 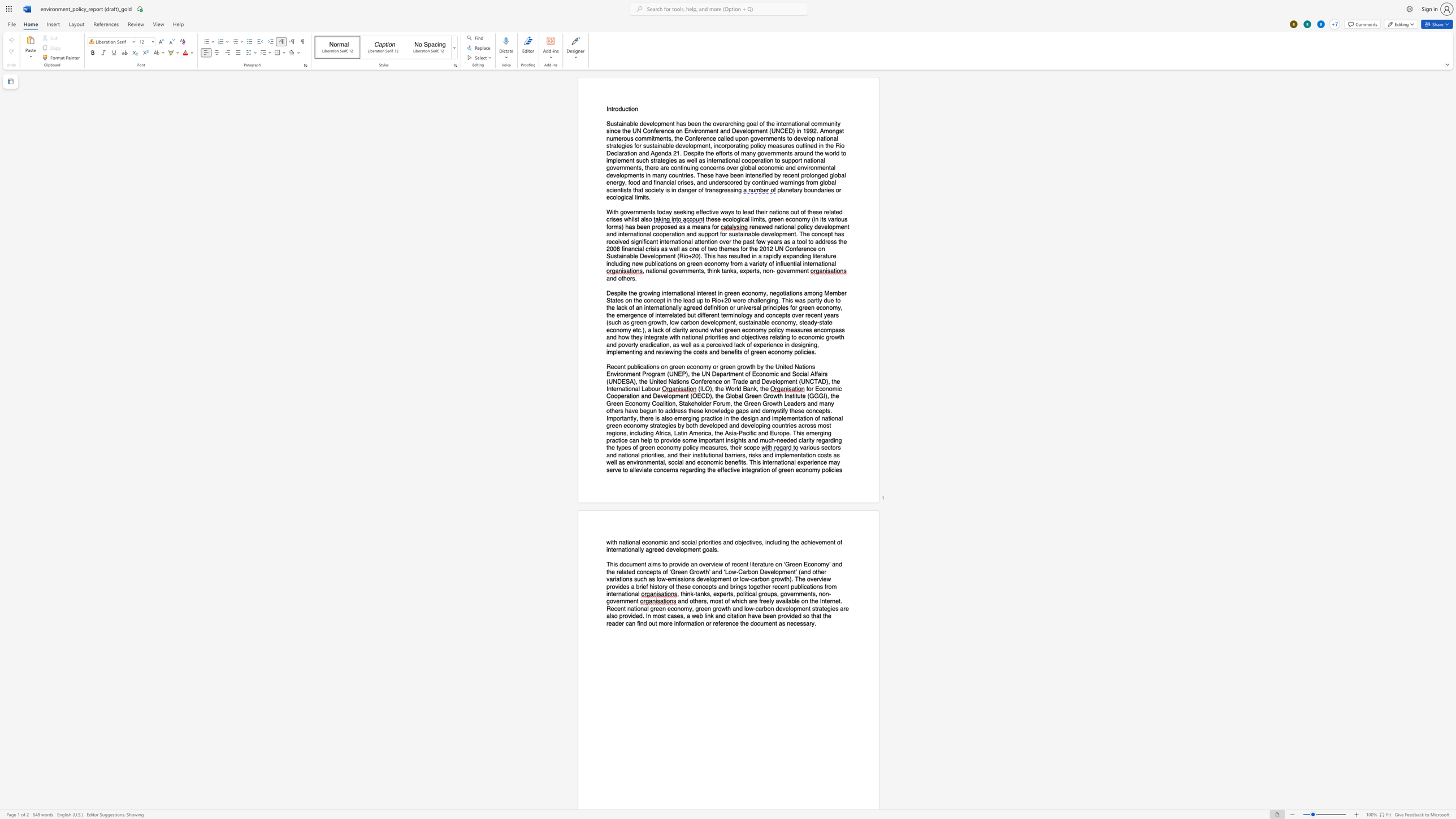 What do you see at coordinates (639, 249) in the screenshot?
I see `the space between the continuous character "i" and "a" in the text` at bounding box center [639, 249].